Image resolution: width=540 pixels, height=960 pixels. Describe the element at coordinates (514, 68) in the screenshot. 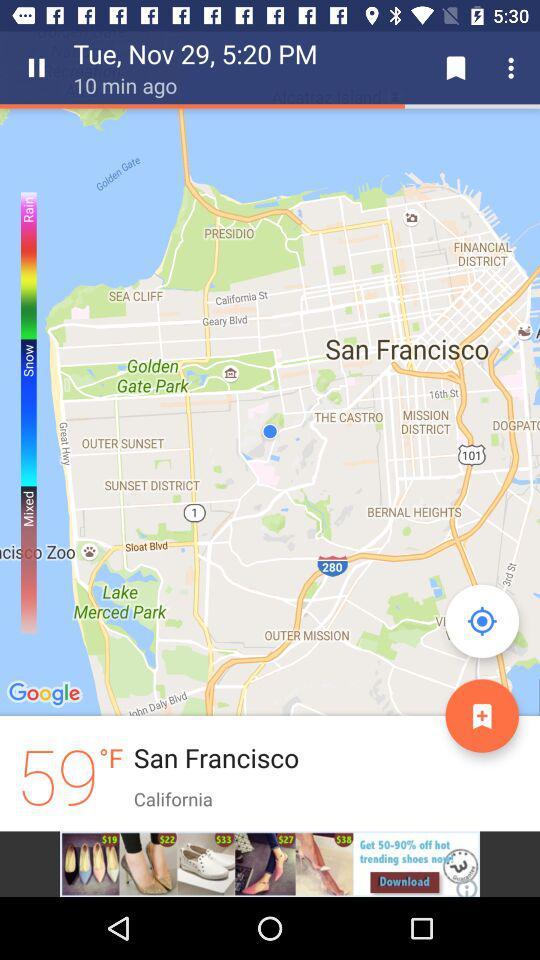

I see `more options icon` at that location.